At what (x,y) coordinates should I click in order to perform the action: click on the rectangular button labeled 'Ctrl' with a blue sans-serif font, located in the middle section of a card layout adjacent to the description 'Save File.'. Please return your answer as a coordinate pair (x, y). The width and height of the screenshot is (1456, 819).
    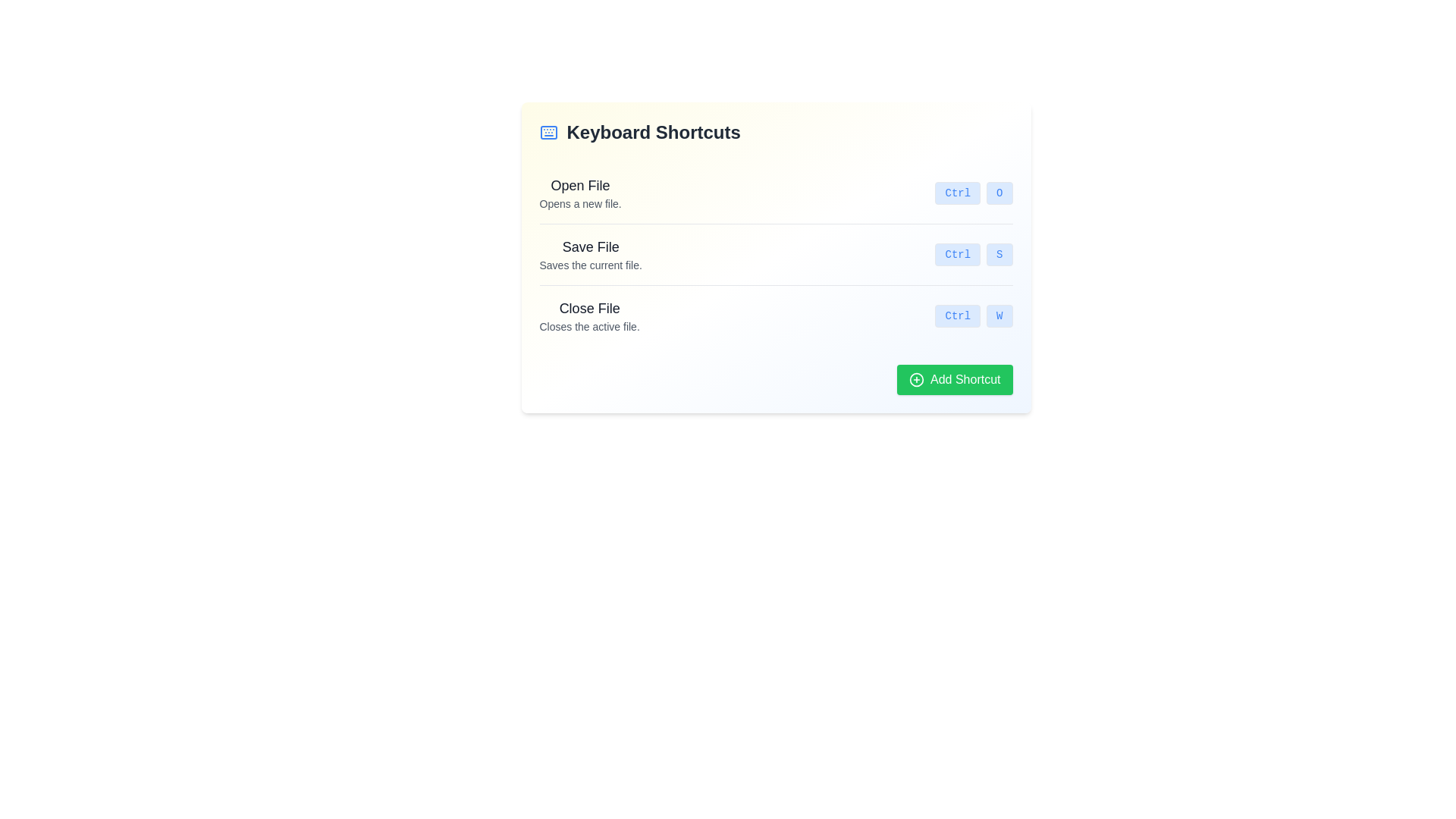
    Looking at the image, I should click on (957, 253).